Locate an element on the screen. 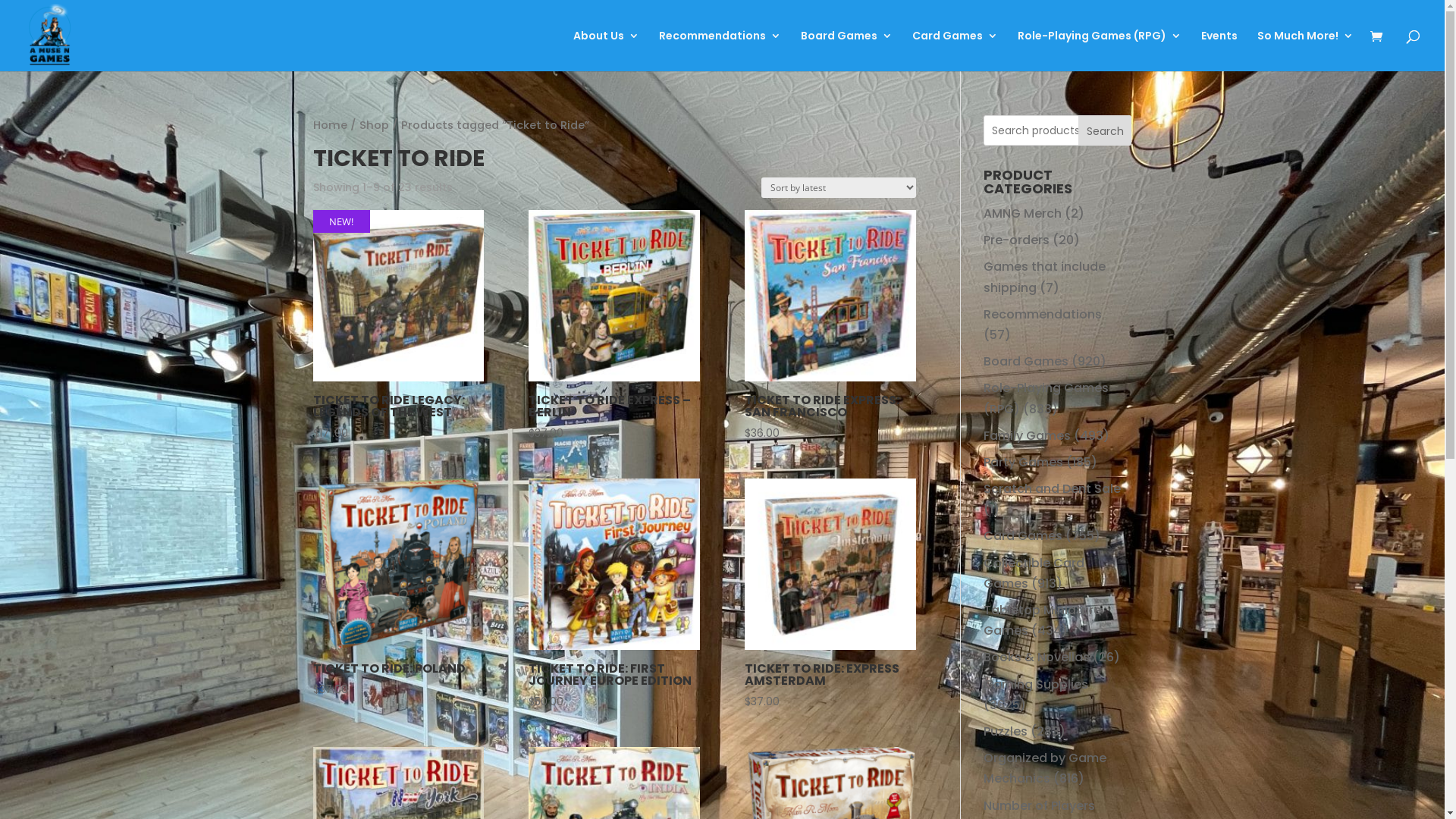 This screenshot has height=819, width=1456. 'Gaming Supplies' is located at coordinates (1035, 684).